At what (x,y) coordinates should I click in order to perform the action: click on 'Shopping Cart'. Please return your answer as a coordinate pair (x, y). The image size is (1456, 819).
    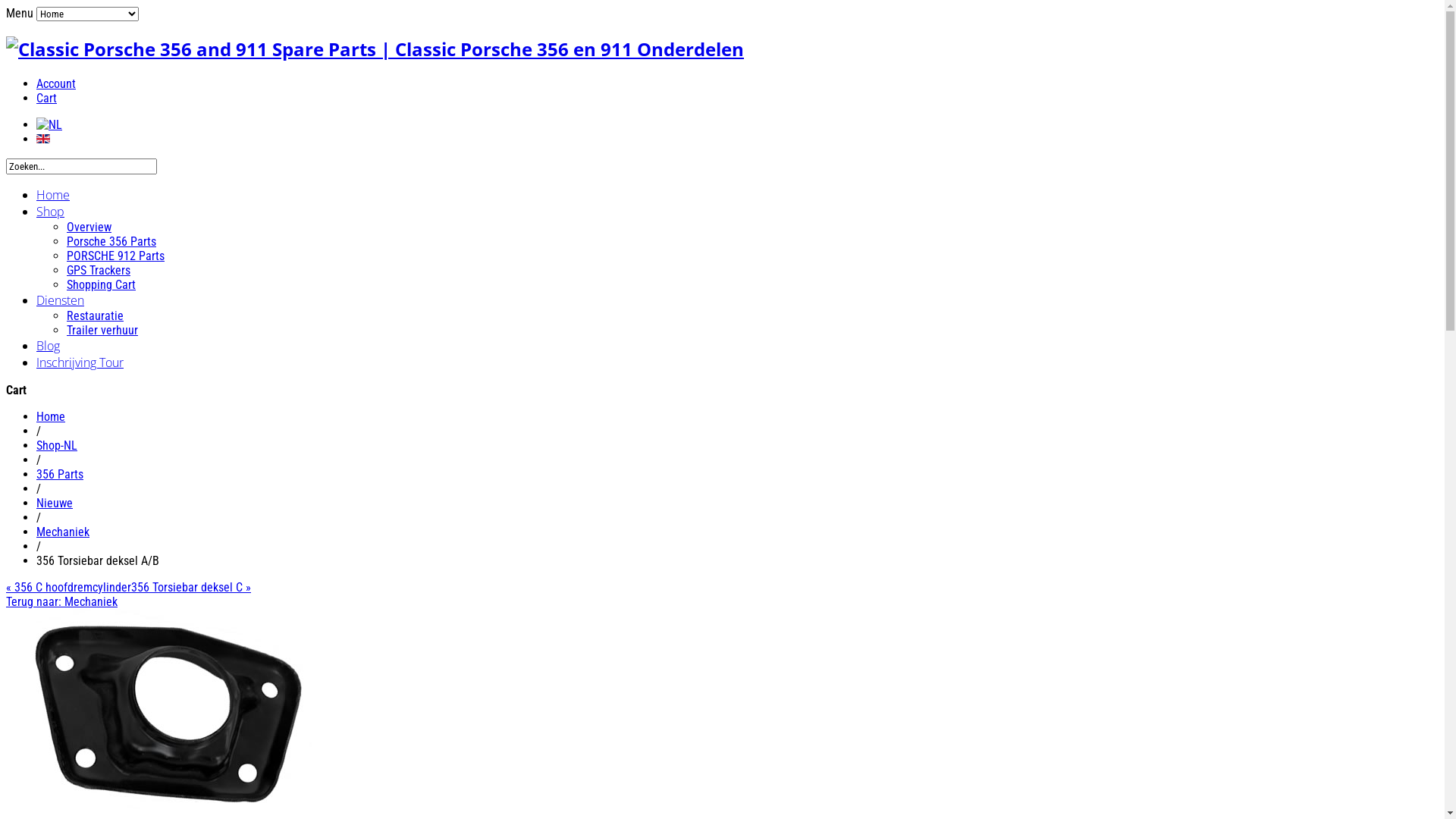
    Looking at the image, I should click on (65, 284).